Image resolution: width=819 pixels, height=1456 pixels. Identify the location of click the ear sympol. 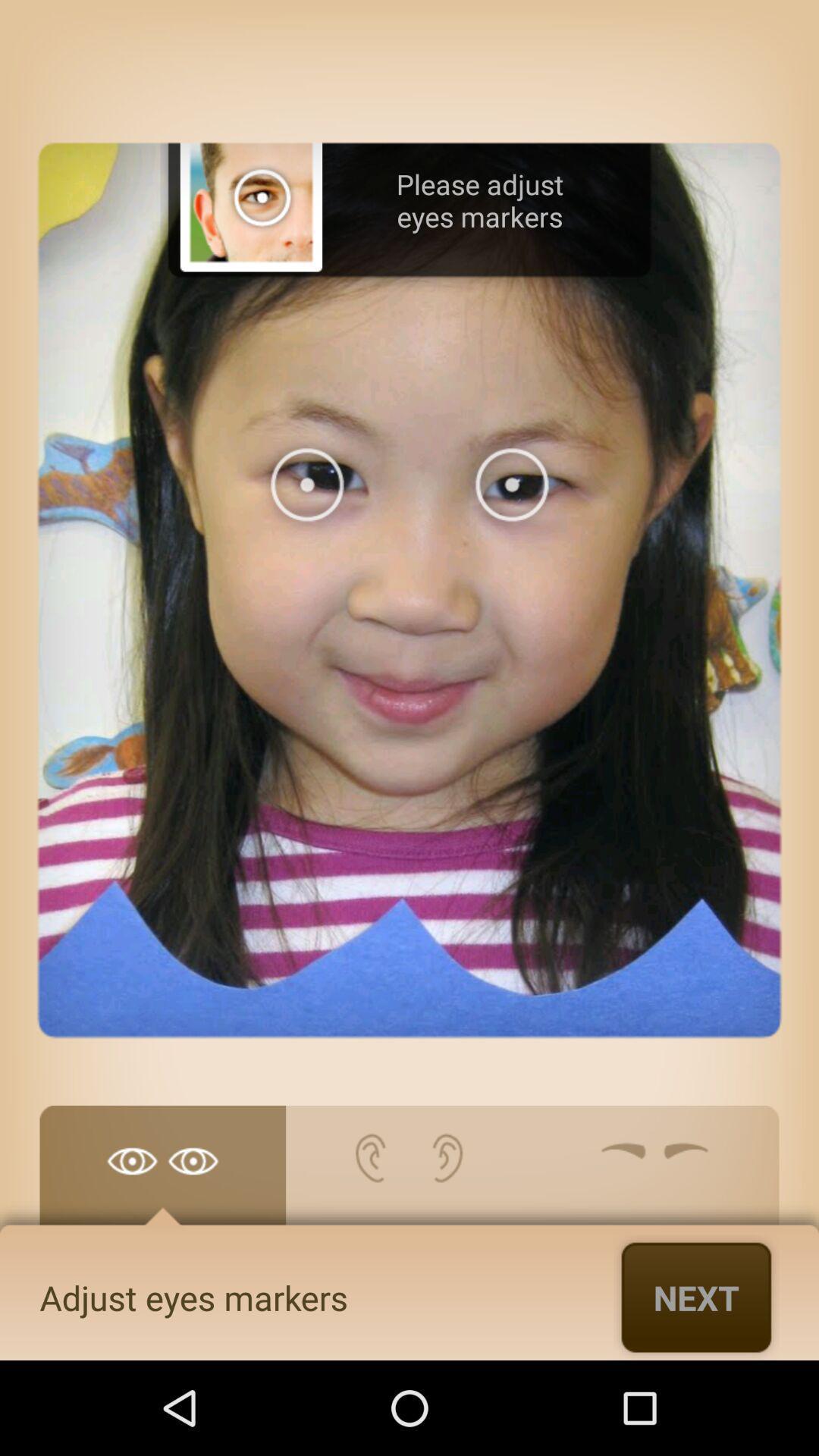
(408, 1172).